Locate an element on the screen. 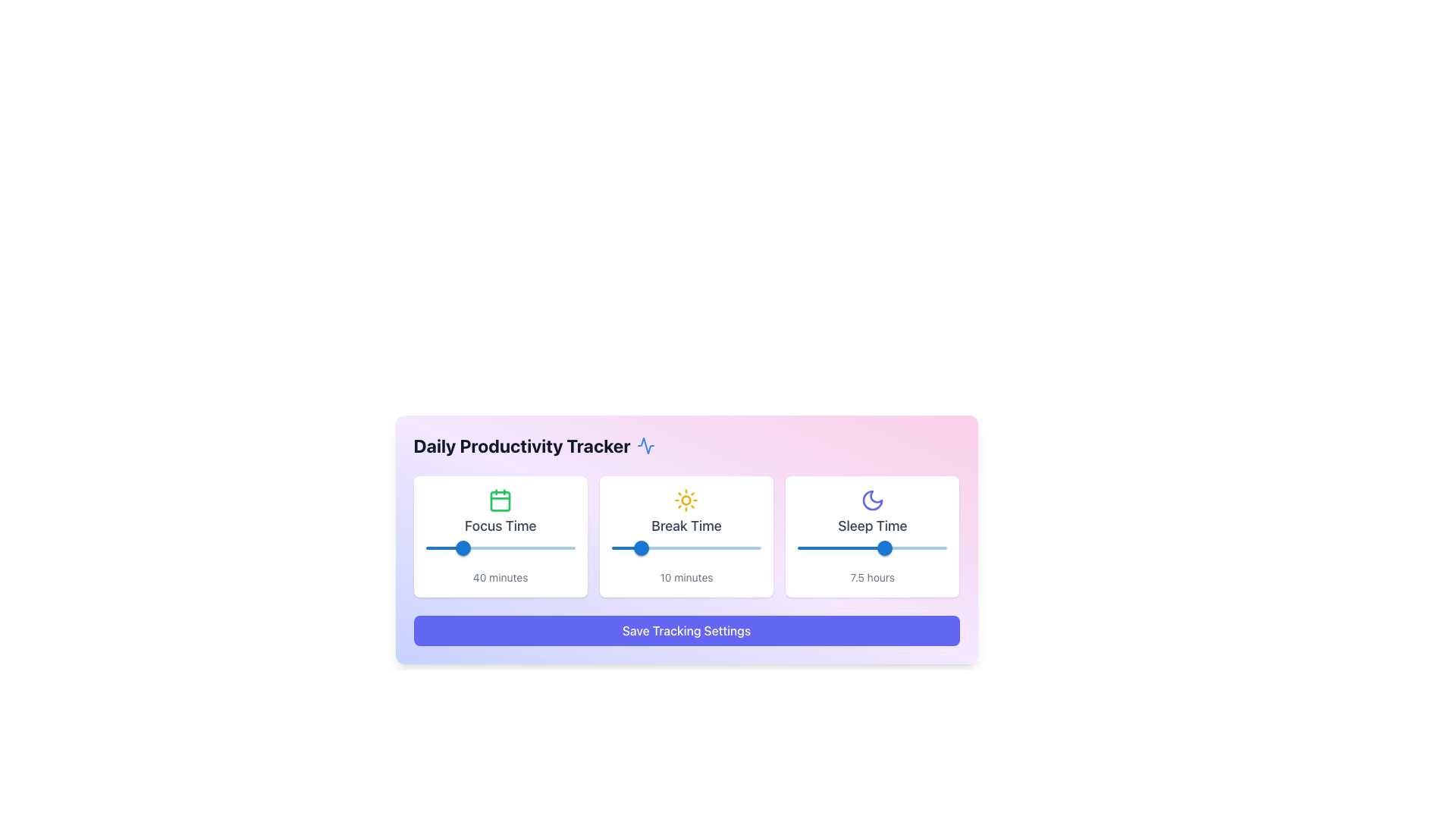 This screenshot has width=1456, height=819. the 'Focus Time' slider is located at coordinates (441, 546).